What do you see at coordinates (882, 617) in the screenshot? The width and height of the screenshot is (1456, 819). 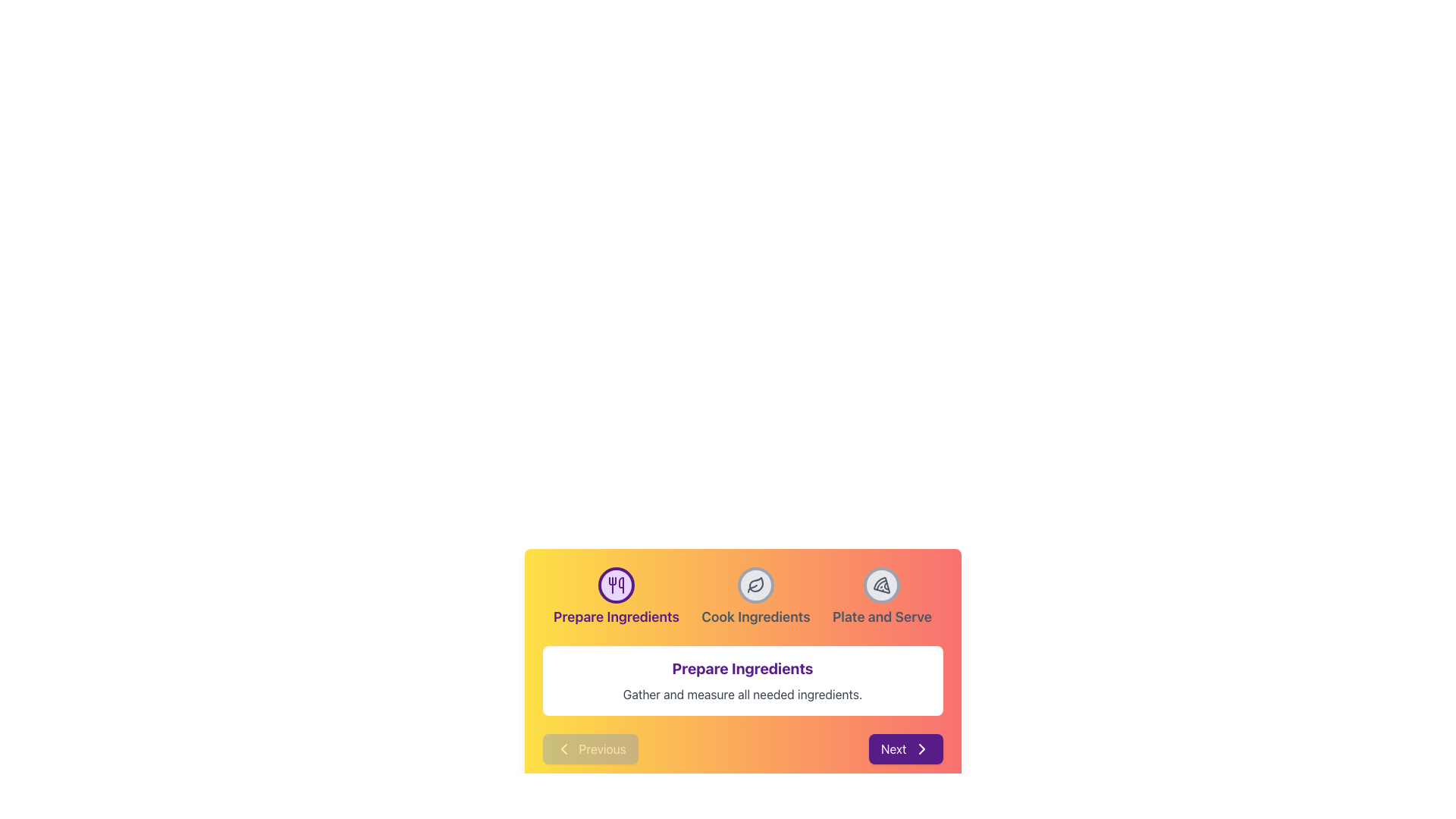 I see `the text label 'Plate and Serve' which is prominently styled with a larger, bold font and has an orange background, located at the right of 'Cook Ingredients'` at bounding box center [882, 617].